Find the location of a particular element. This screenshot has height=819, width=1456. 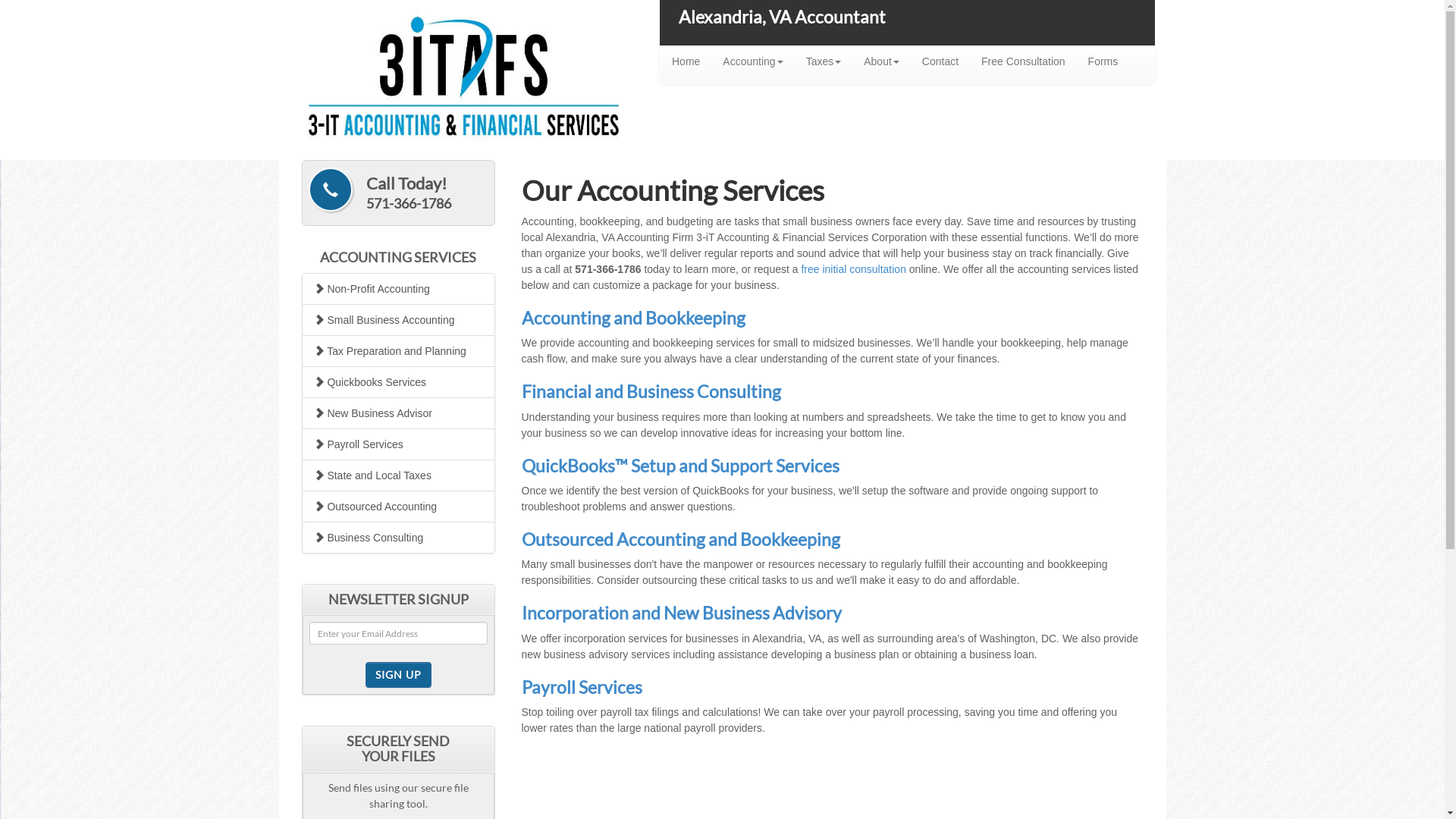

'Small Business Accounting' is located at coordinates (398, 318).